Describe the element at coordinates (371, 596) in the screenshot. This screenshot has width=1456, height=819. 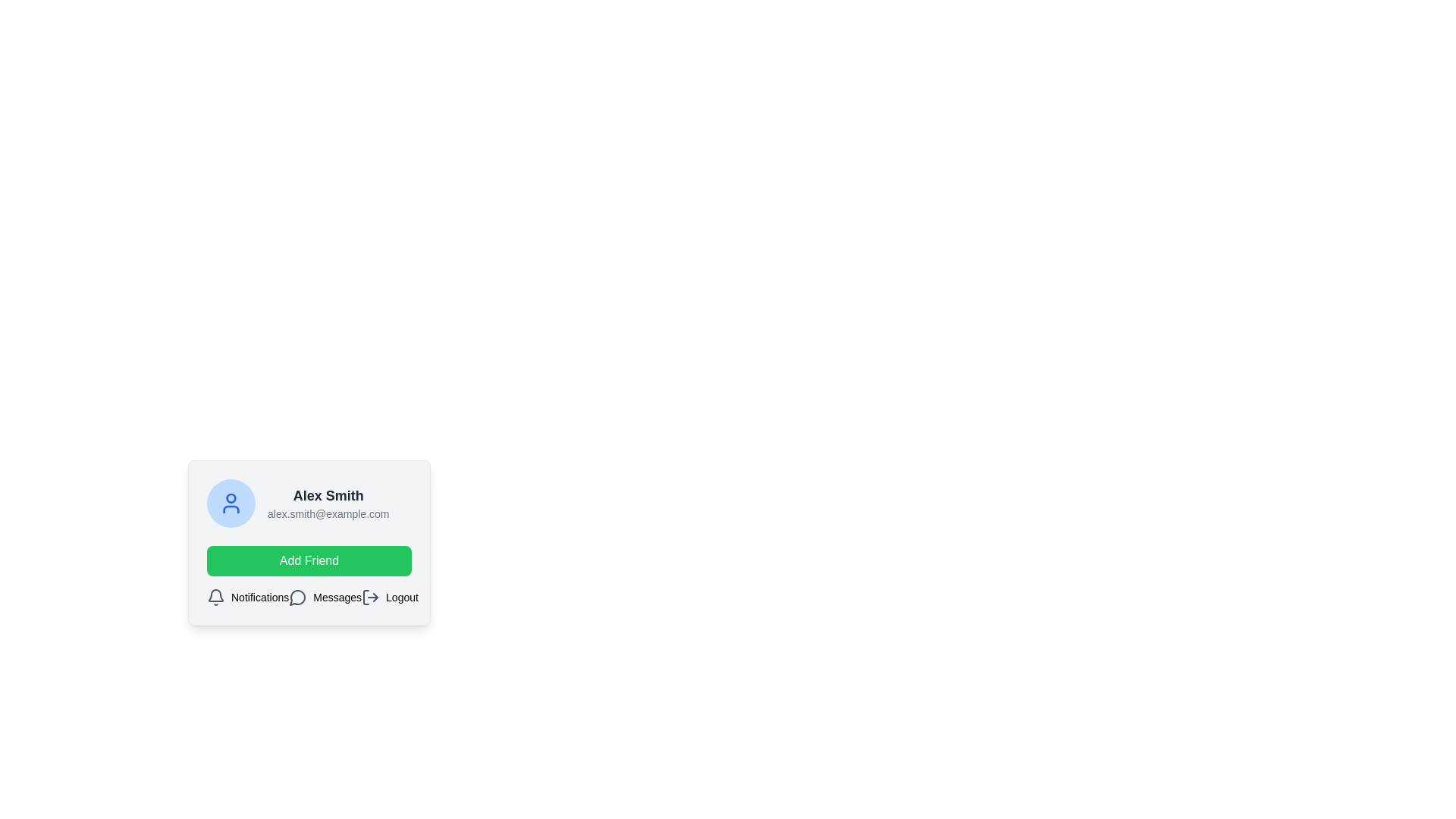
I see `the log-out icon, which is styled as an arrow pointing right out of a rectangular frame and located next to the 'Logout' label, to trigger the tooltip` at that location.